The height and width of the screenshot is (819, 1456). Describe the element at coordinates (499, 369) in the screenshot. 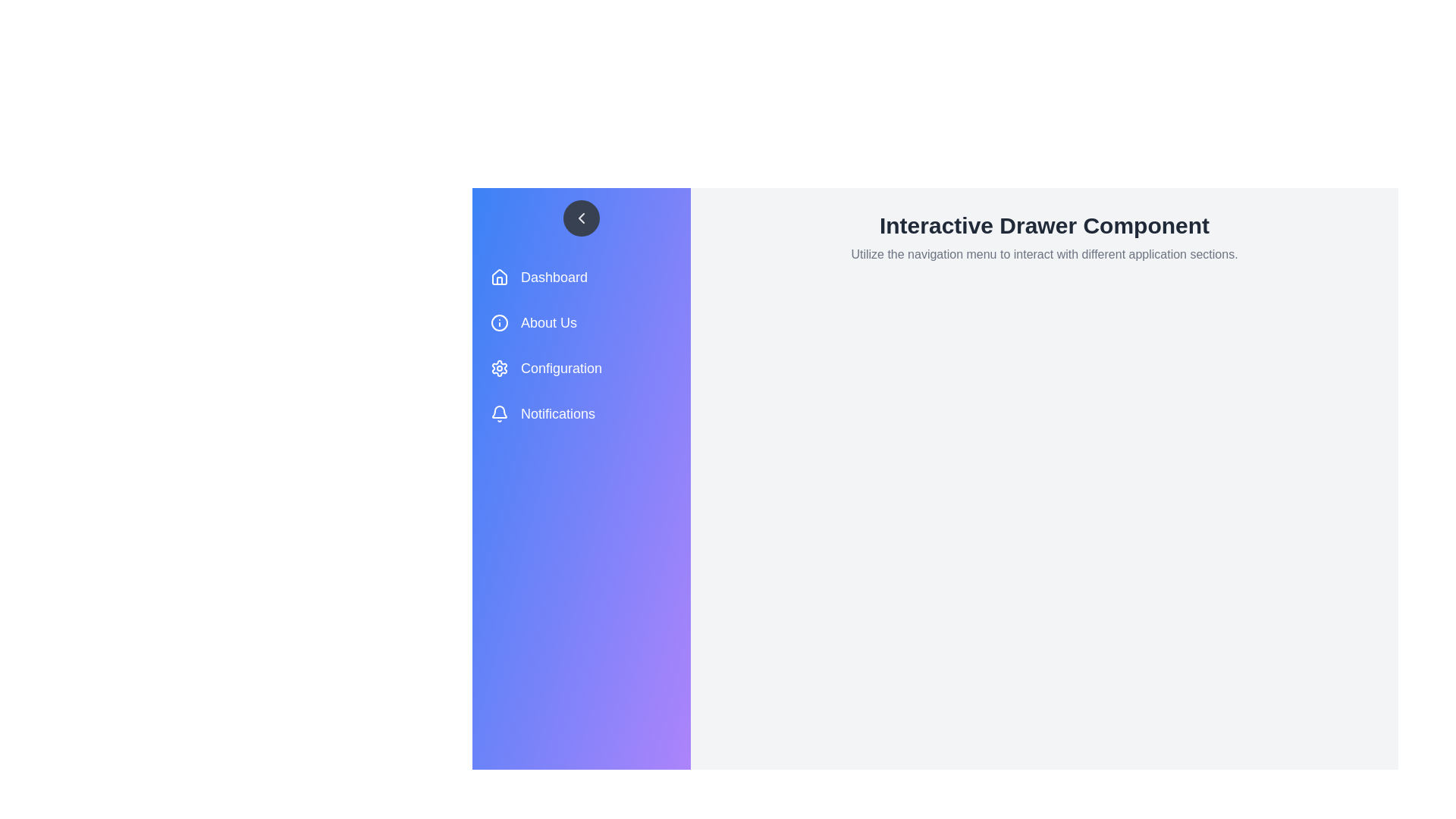

I see `the settings button located in the navigation sidebar, which is the third item in the sidebar options and aligns horizontally with the 'Configuration' text label` at that location.